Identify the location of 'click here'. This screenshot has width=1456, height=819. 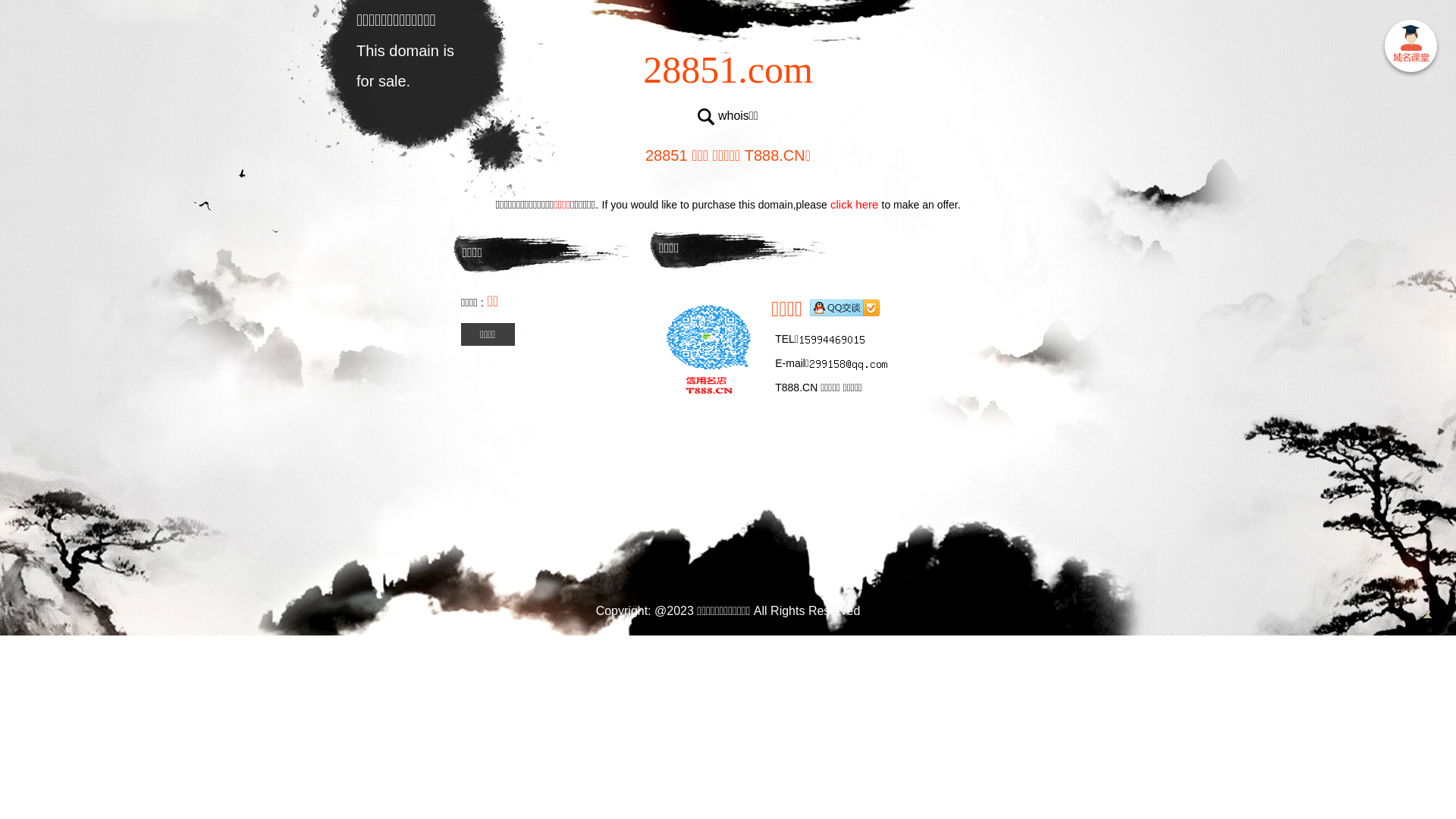
(855, 203).